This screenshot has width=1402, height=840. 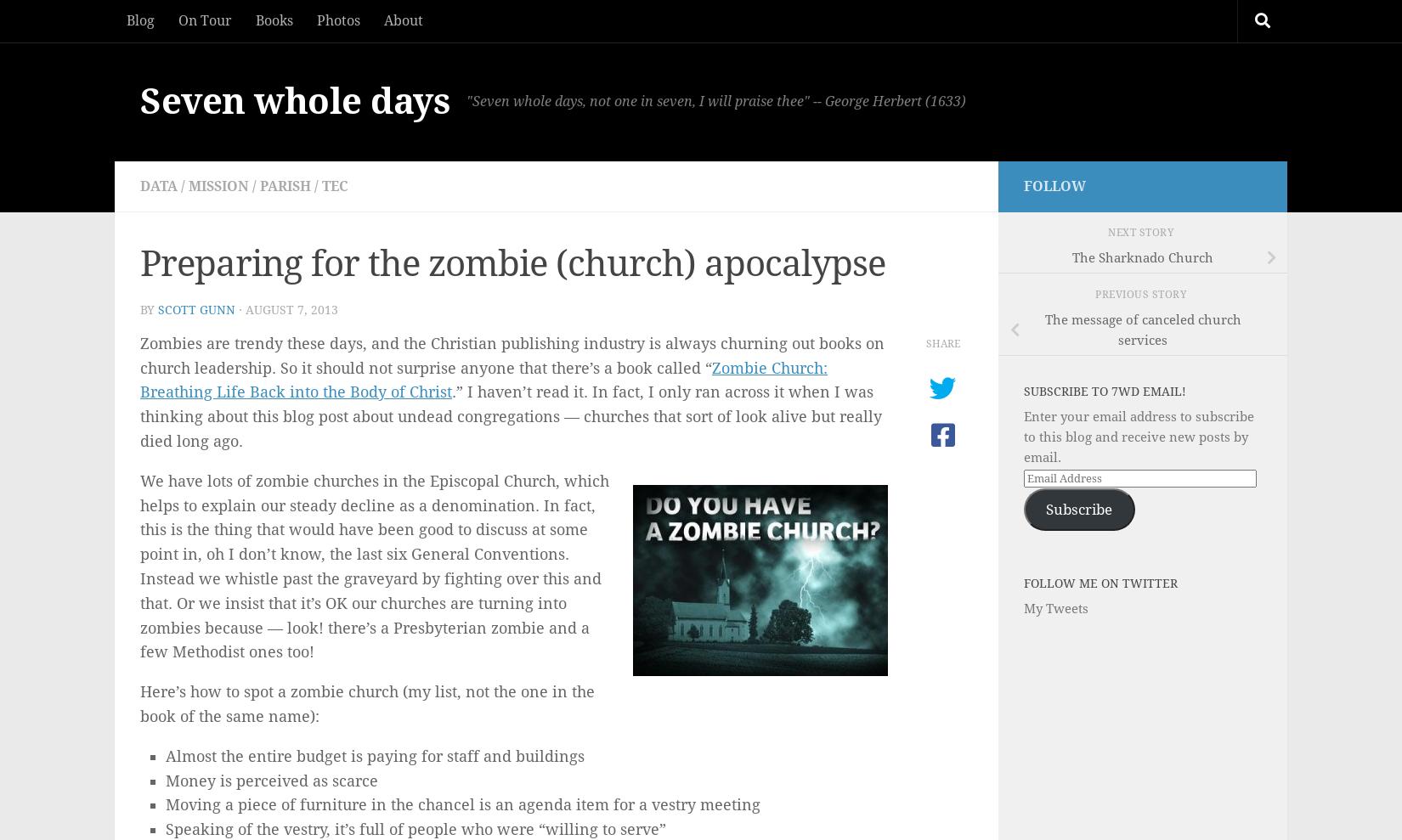 What do you see at coordinates (158, 186) in the screenshot?
I see `'data'` at bounding box center [158, 186].